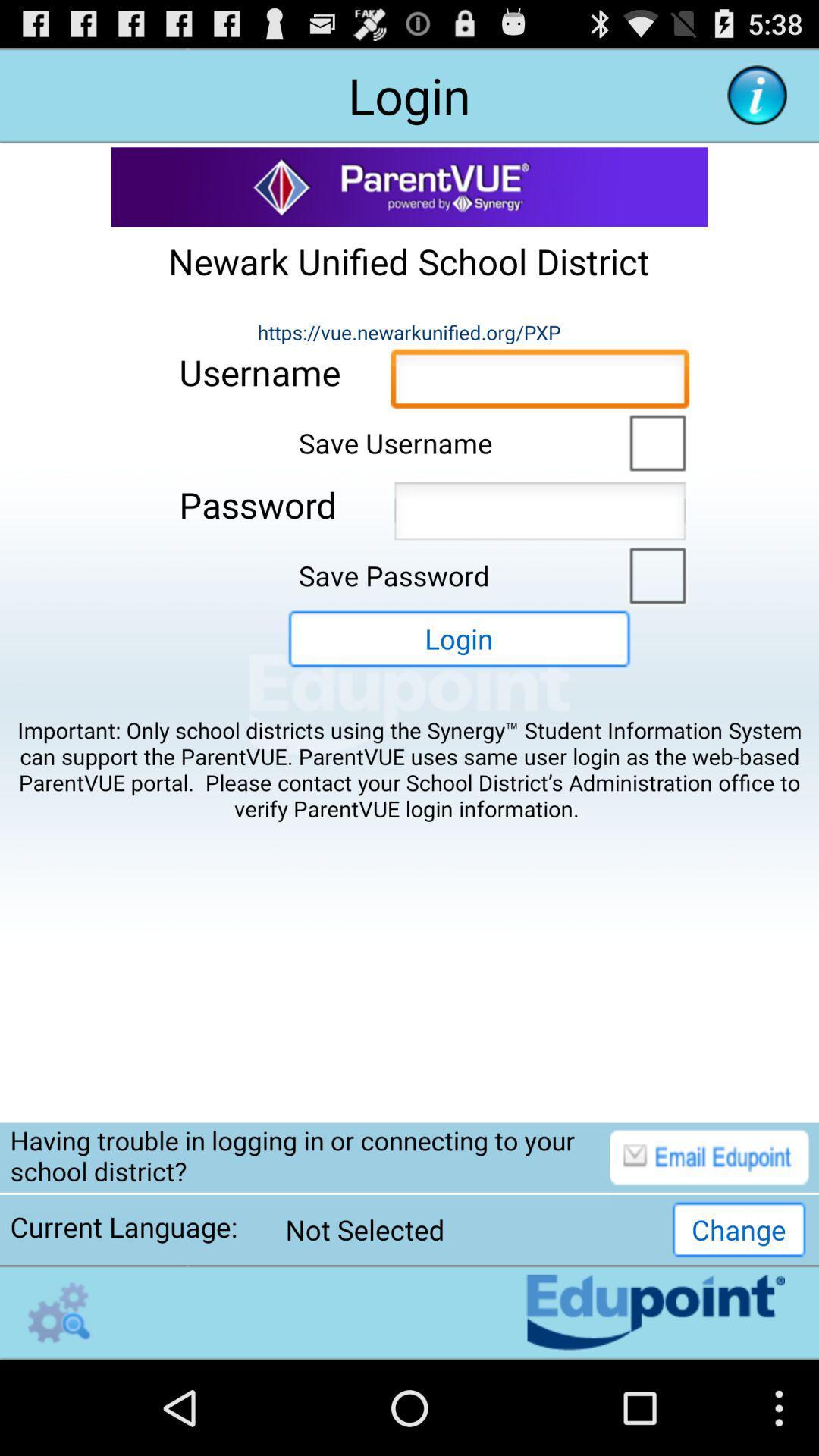 This screenshot has height=1456, width=819. Describe the element at coordinates (757, 101) in the screenshot. I see `the info icon` at that location.